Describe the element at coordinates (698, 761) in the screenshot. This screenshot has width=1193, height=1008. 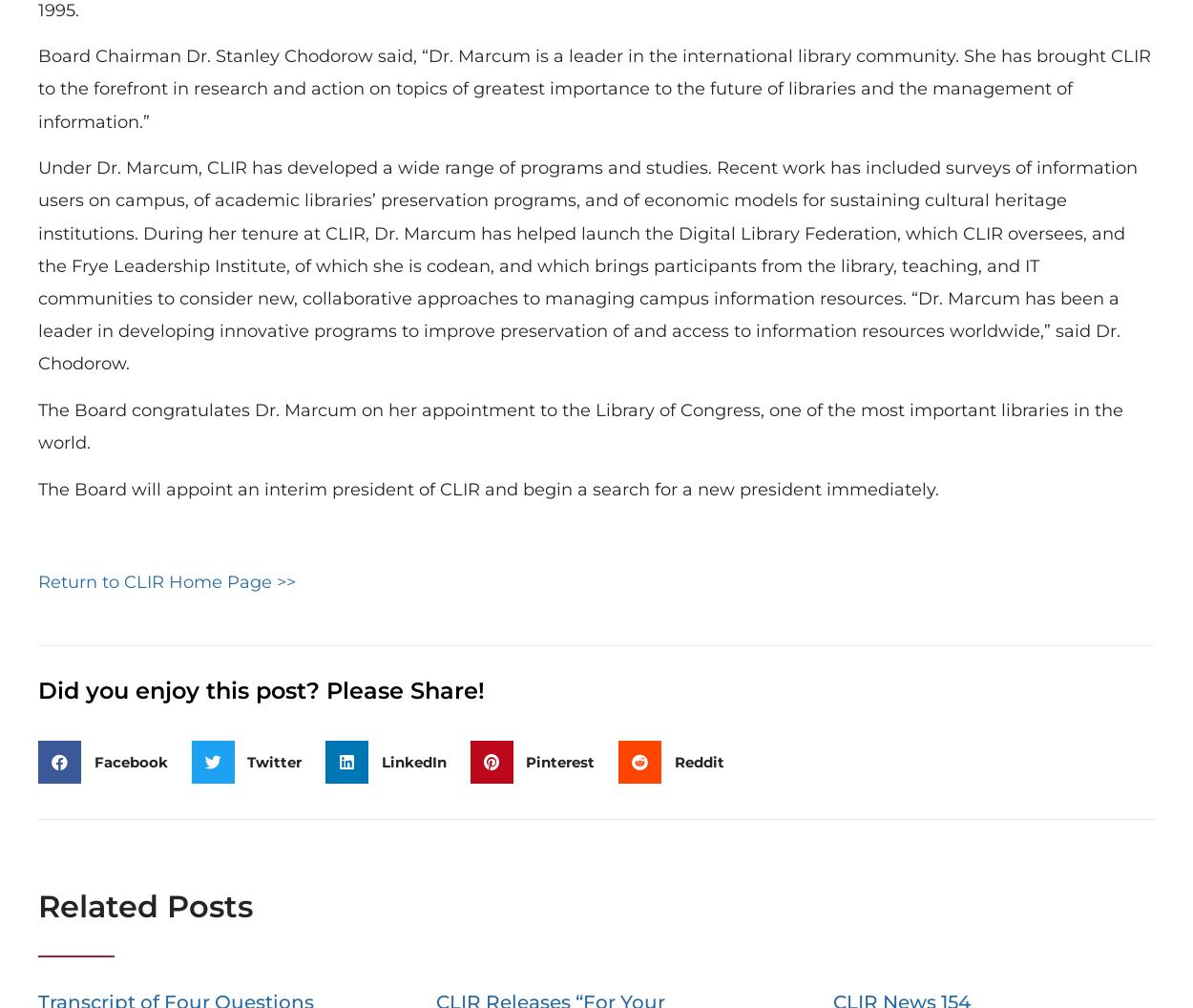
I see `'Reddit'` at that location.